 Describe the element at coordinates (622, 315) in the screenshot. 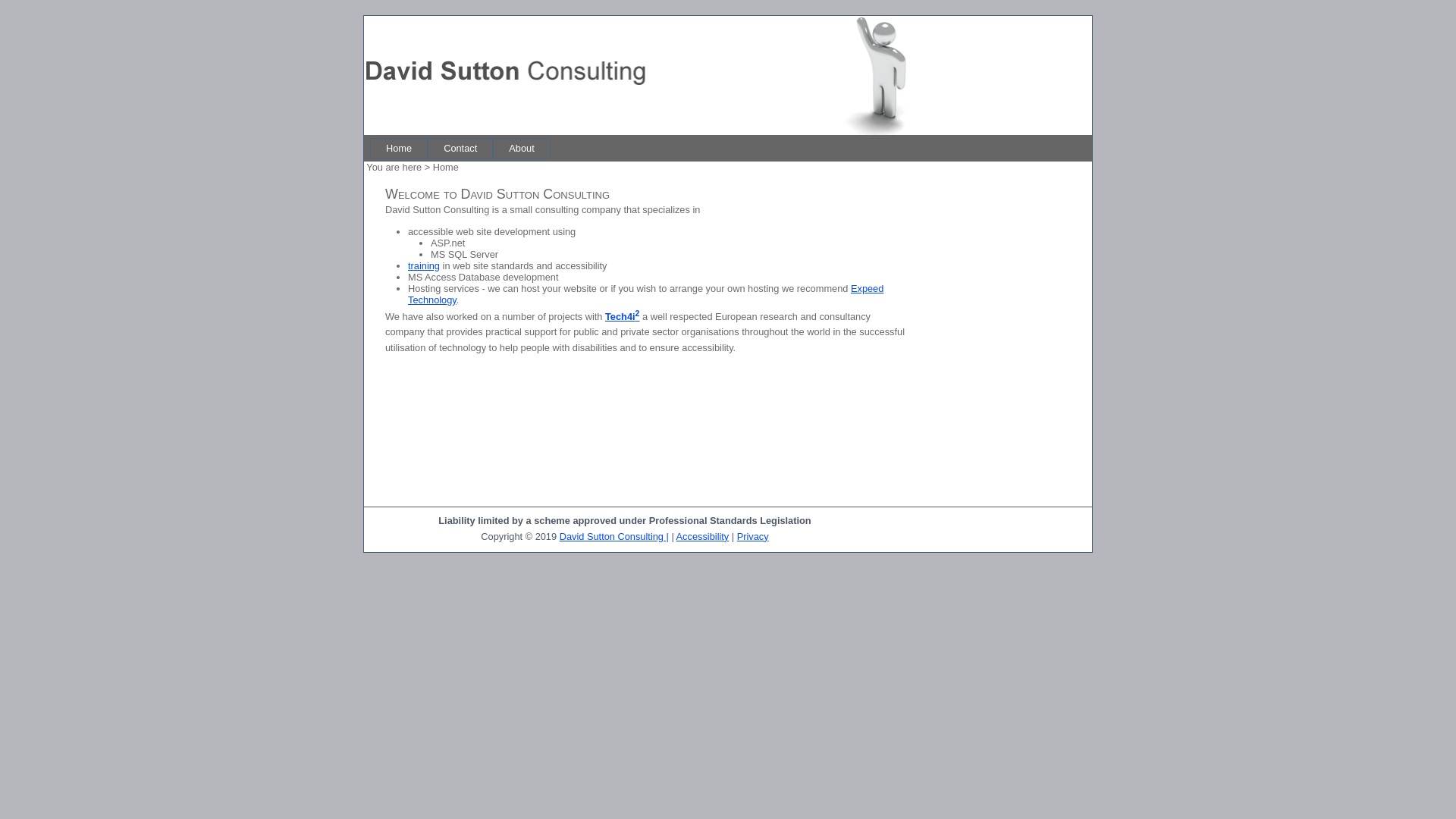

I see `'Tech4i2'` at that location.